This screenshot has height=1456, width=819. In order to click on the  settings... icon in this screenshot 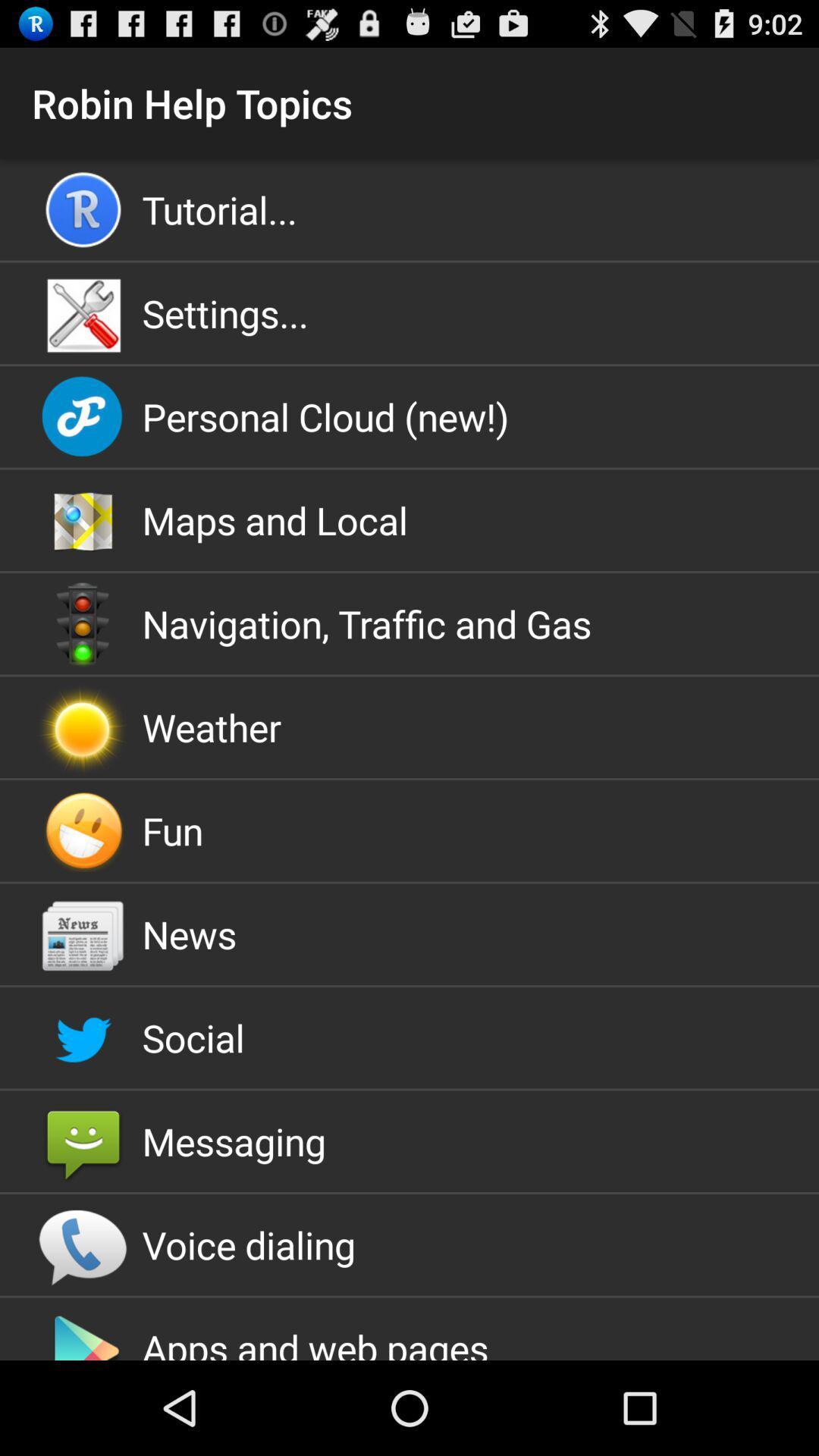, I will do `click(409, 312)`.